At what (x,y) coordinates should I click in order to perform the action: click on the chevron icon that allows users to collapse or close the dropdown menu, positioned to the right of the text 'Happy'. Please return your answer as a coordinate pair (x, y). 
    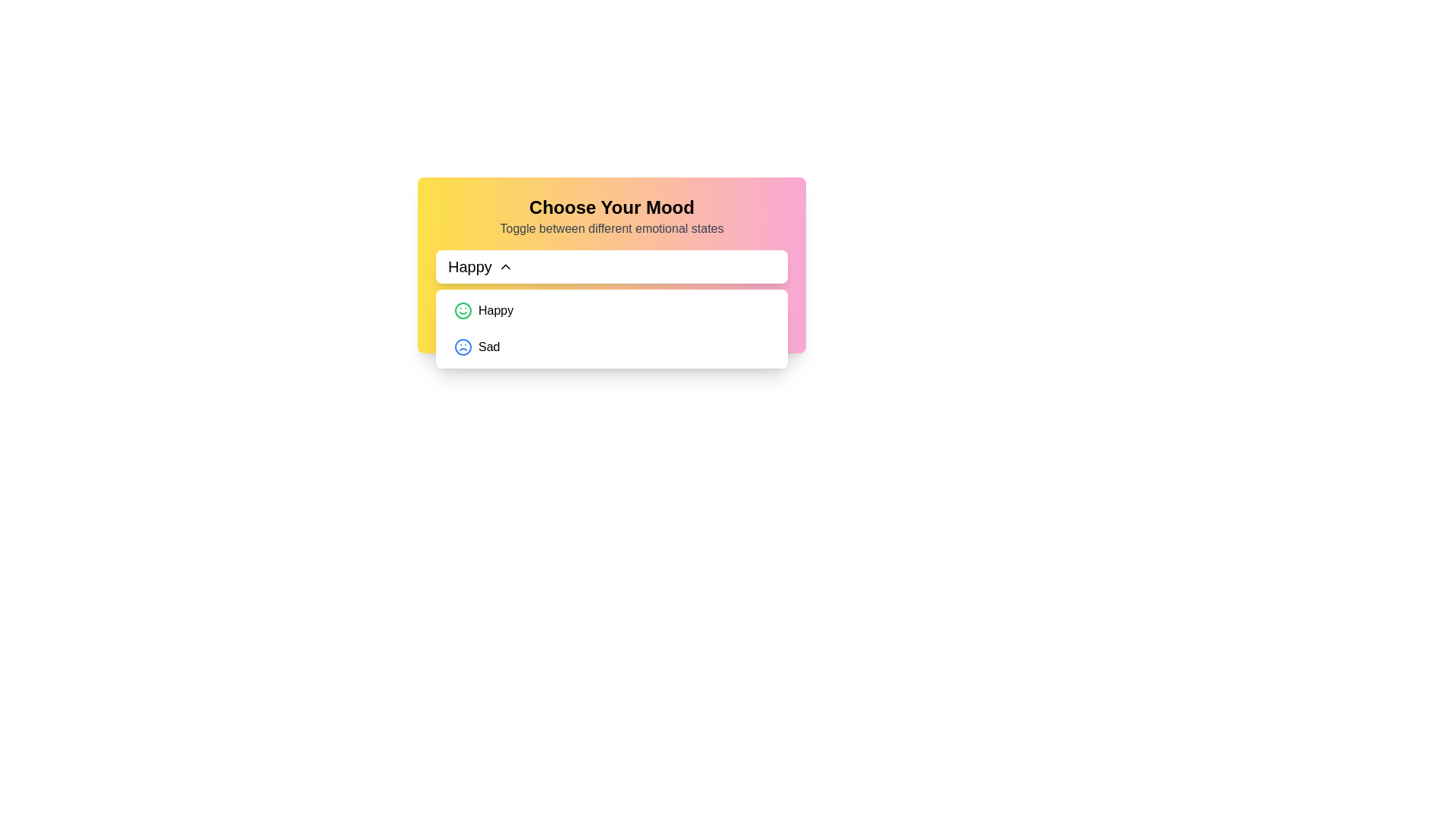
    Looking at the image, I should click on (505, 265).